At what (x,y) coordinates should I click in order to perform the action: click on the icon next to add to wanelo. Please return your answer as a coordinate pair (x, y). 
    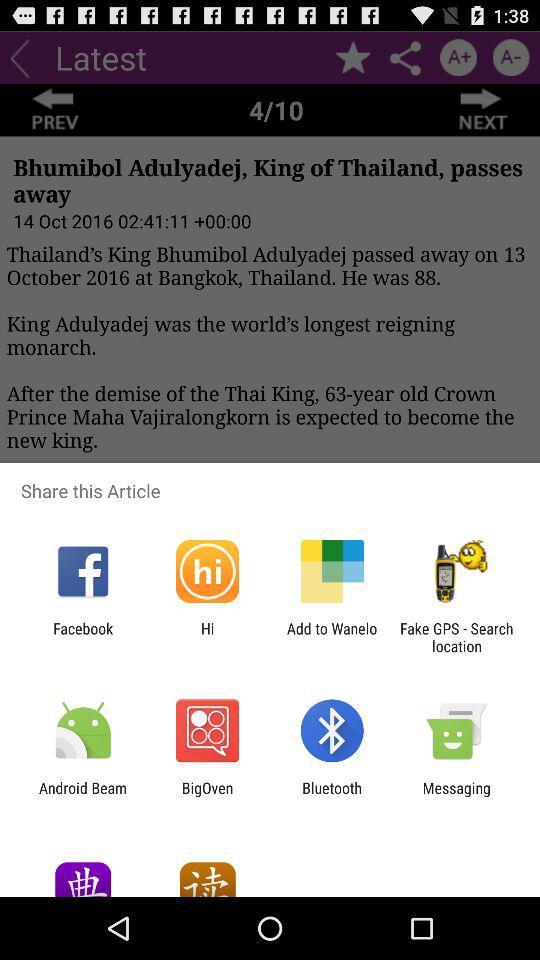
    Looking at the image, I should click on (456, 636).